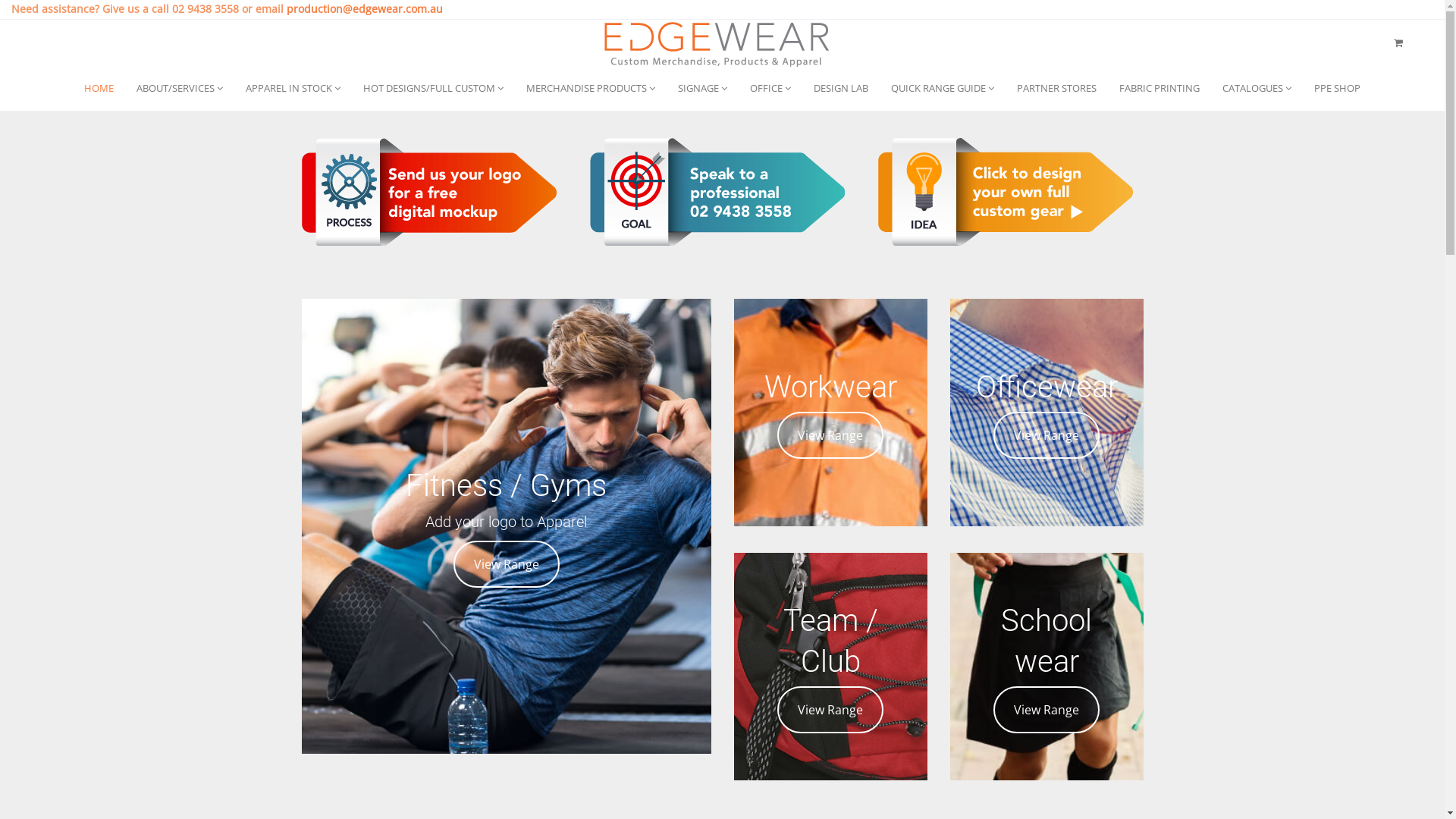 The width and height of the screenshot is (1456, 819). I want to click on 'HOME', so click(98, 87).